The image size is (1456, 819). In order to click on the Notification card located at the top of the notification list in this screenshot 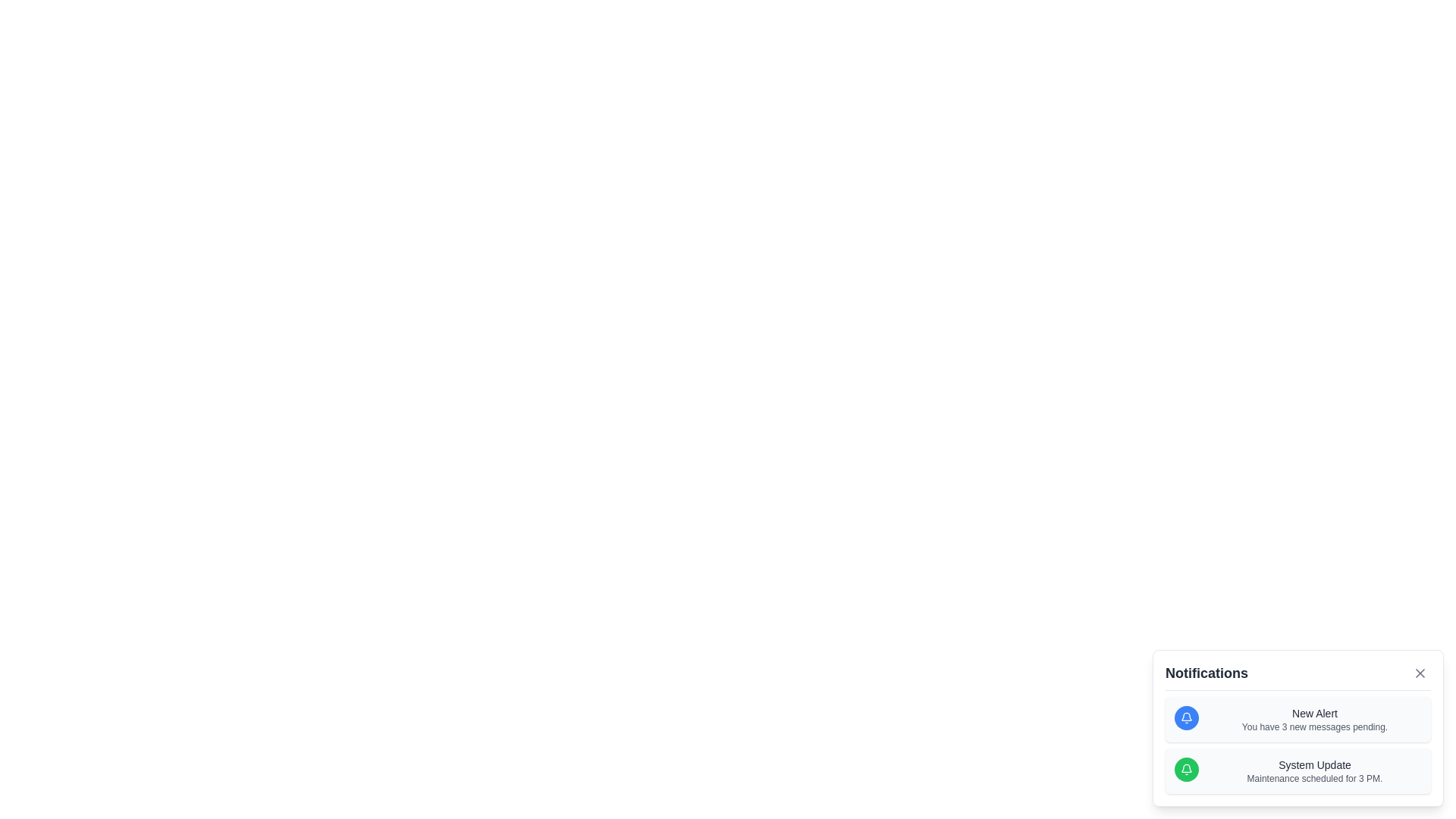, I will do `click(1298, 718)`.